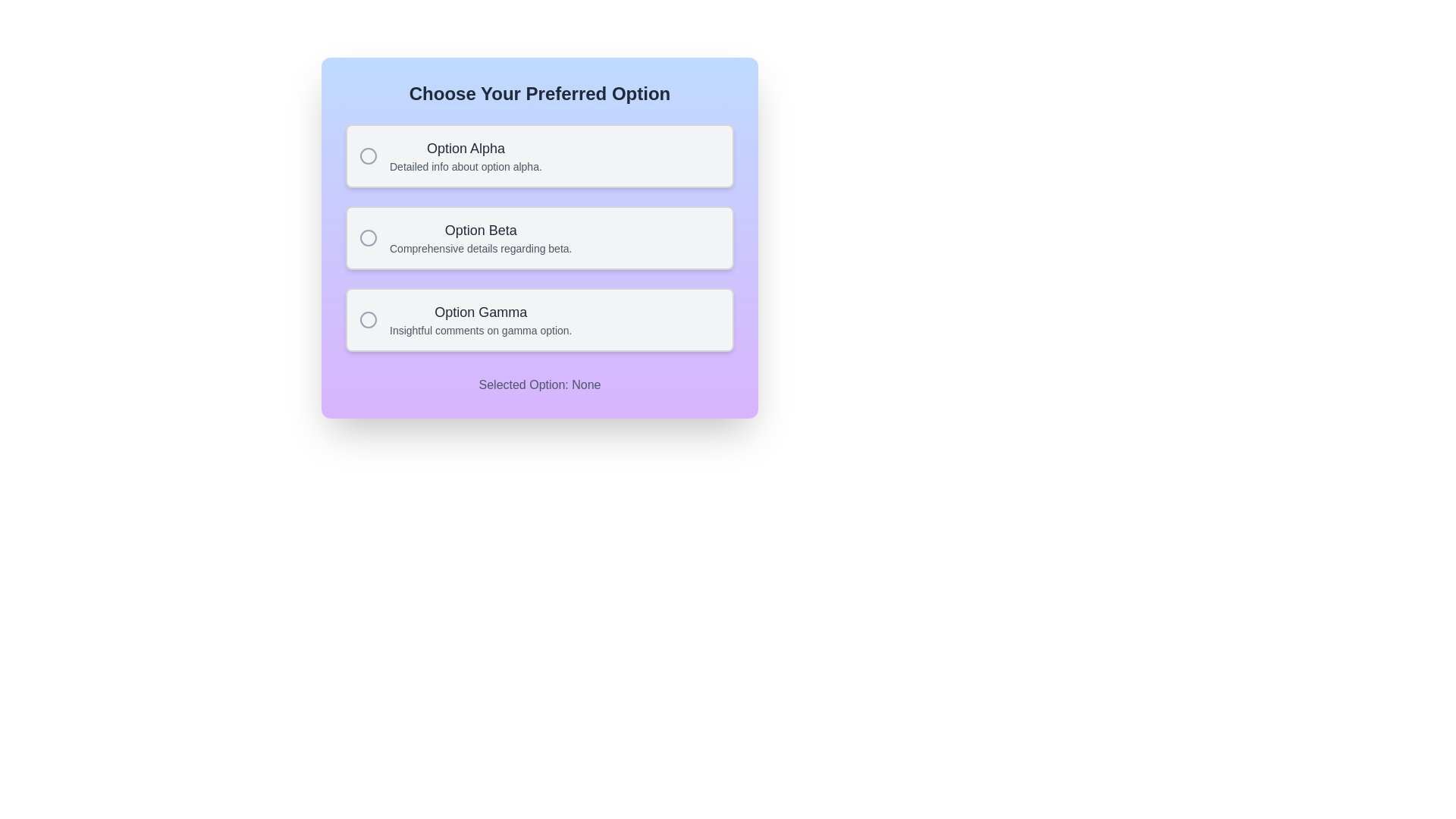  What do you see at coordinates (539, 237) in the screenshot?
I see `the Selector Option Item labeled 'Option Beta', which features a prominent text label and a description below it, located in the second position among a vertically stacked group of similar blocks` at bounding box center [539, 237].